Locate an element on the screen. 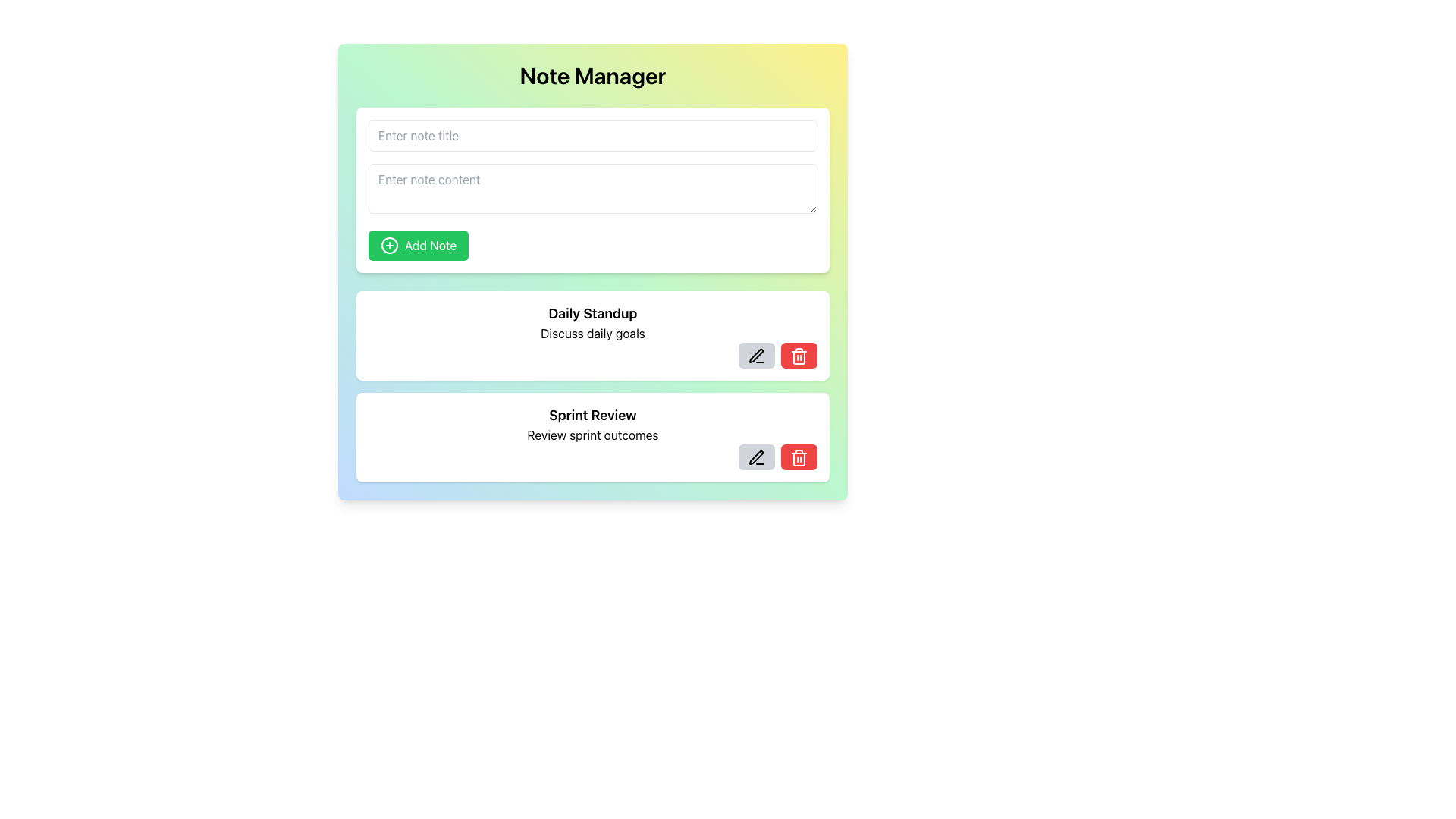  the delete icon button located in the lower-right corner of the second list item is located at coordinates (799, 456).